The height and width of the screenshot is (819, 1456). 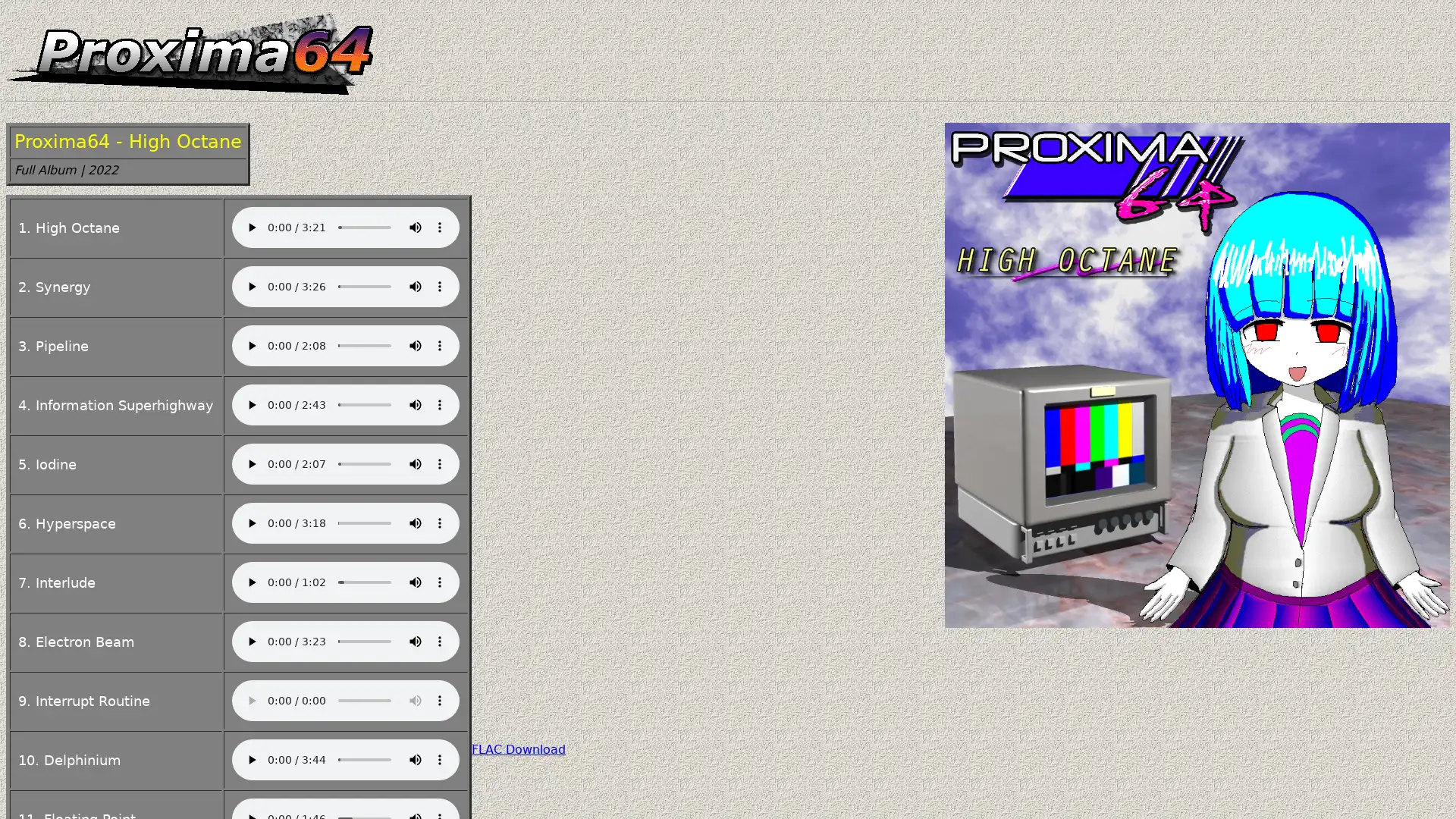 What do you see at coordinates (415, 522) in the screenshot?
I see `mute` at bounding box center [415, 522].